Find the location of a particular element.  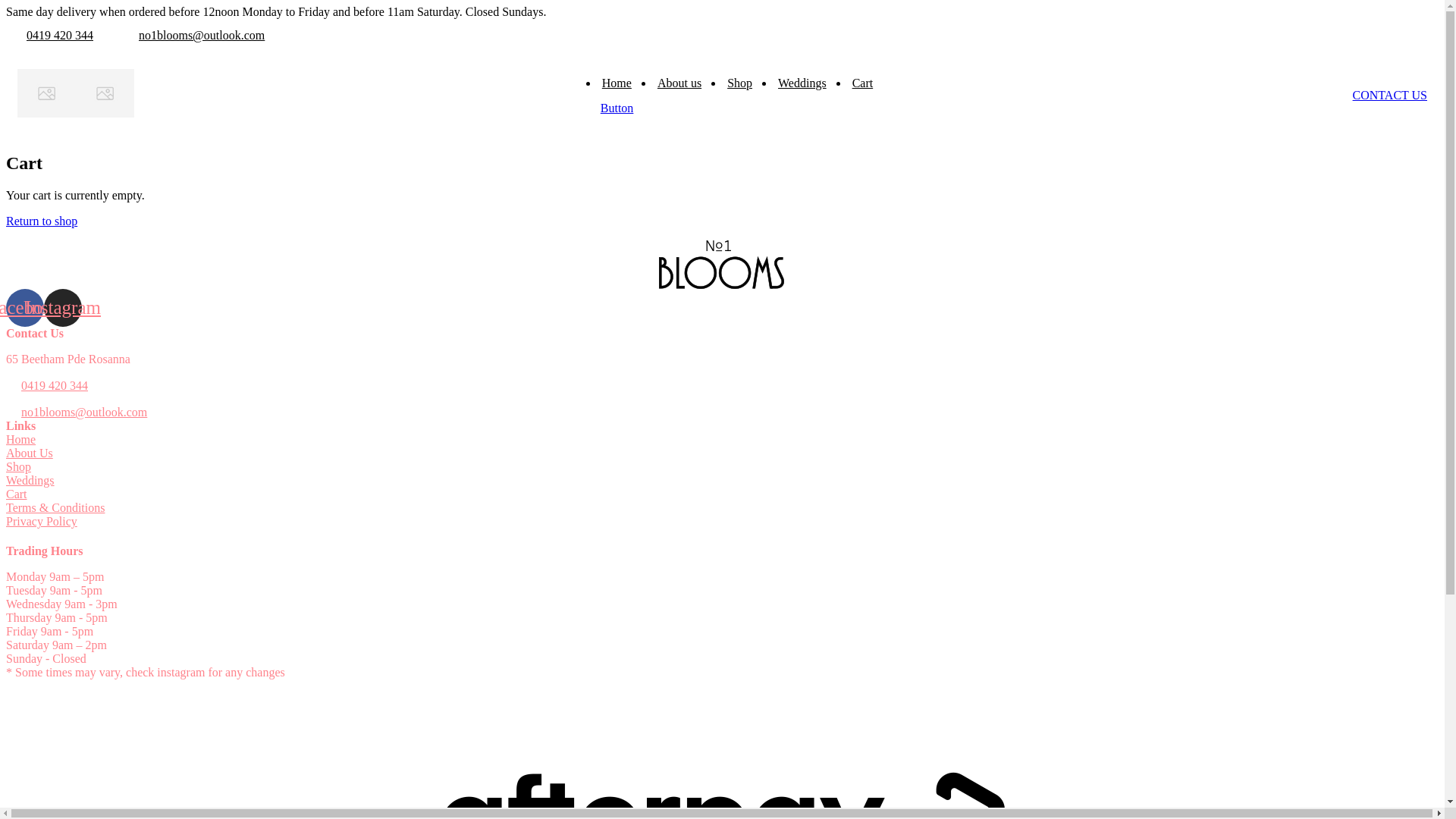

'Button' is located at coordinates (617, 107).